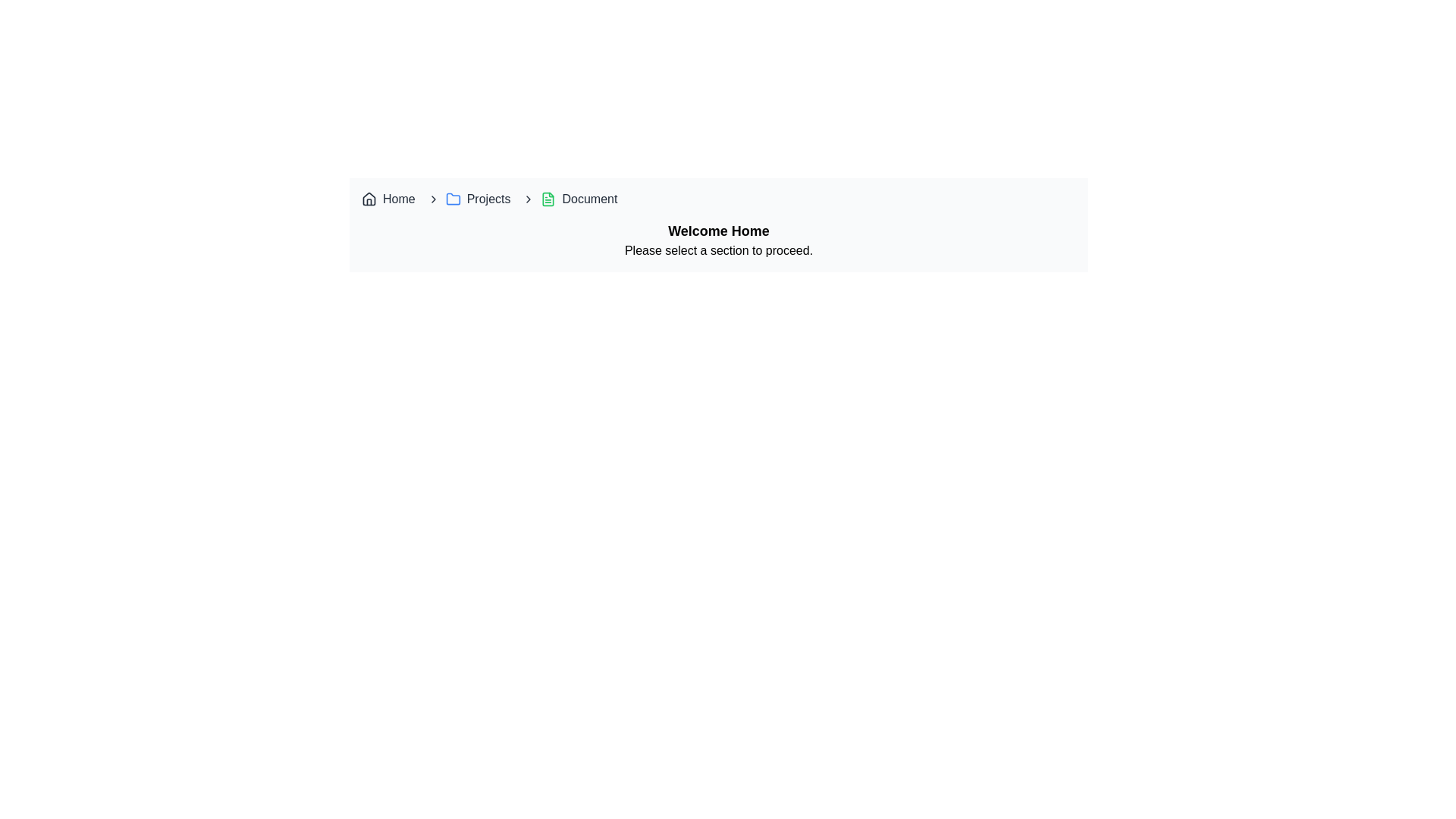 This screenshot has width=1456, height=819. What do you see at coordinates (548, 198) in the screenshot?
I see `the document icon in the breadcrumb navigation bar, which is the third element following 'Projects' and preceding 'Document'` at bounding box center [548, 198].